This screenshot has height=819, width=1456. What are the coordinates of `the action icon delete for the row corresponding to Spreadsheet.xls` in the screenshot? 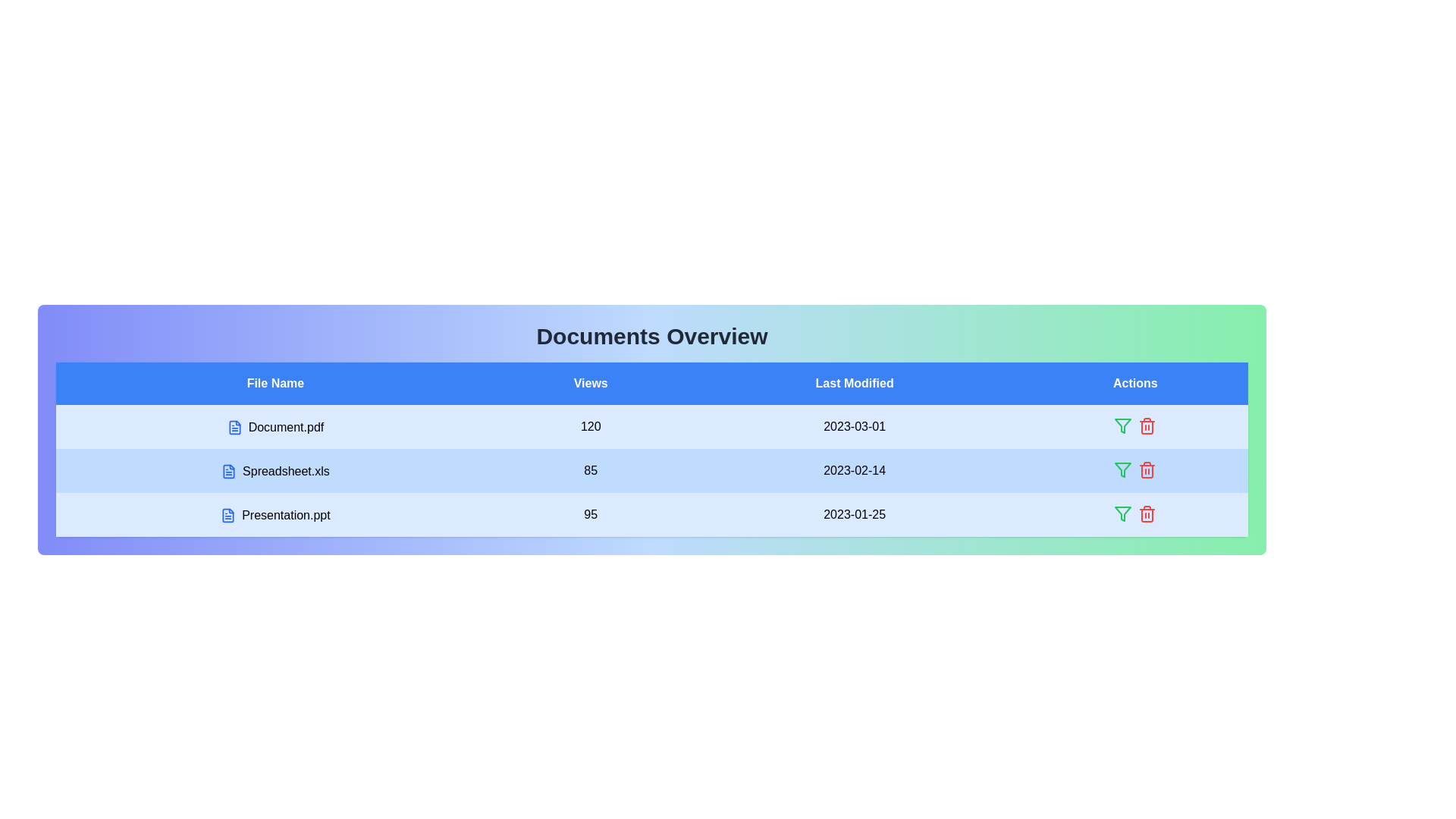 It's located at (1147, 469).